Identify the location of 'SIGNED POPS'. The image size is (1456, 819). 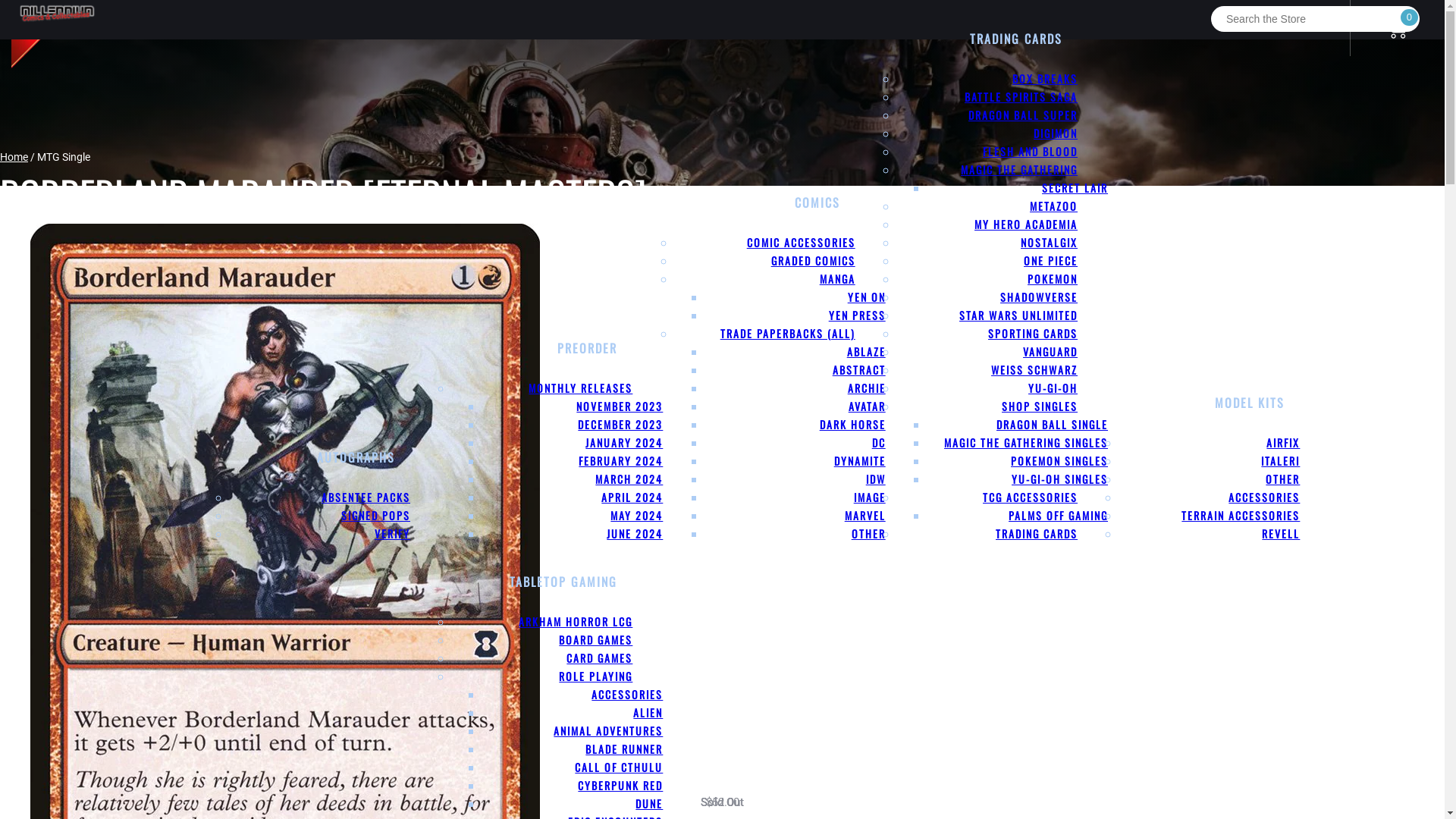
(375, 514).